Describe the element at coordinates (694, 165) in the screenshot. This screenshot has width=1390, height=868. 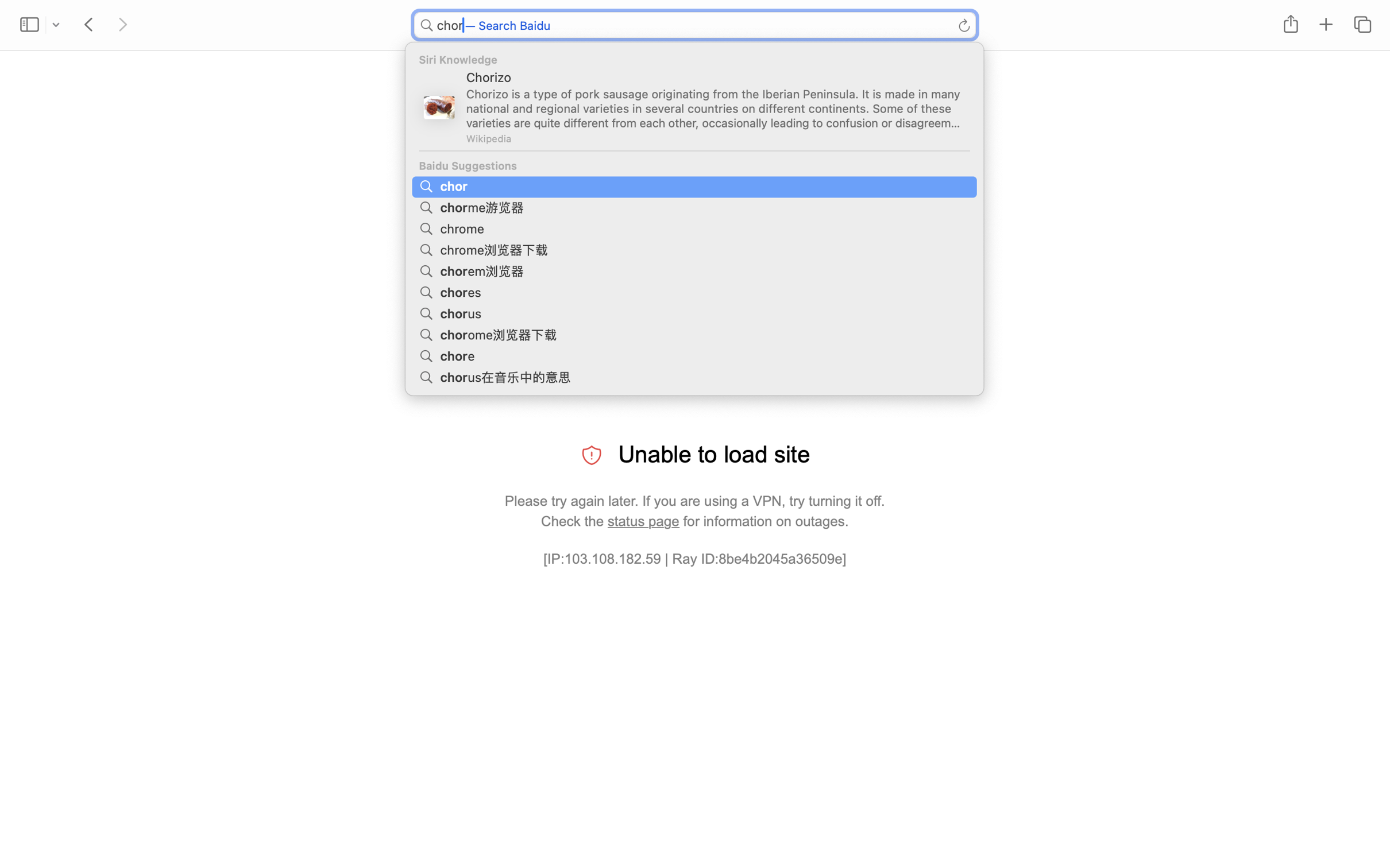
I see `'Baidu Suggestions'` at that location.